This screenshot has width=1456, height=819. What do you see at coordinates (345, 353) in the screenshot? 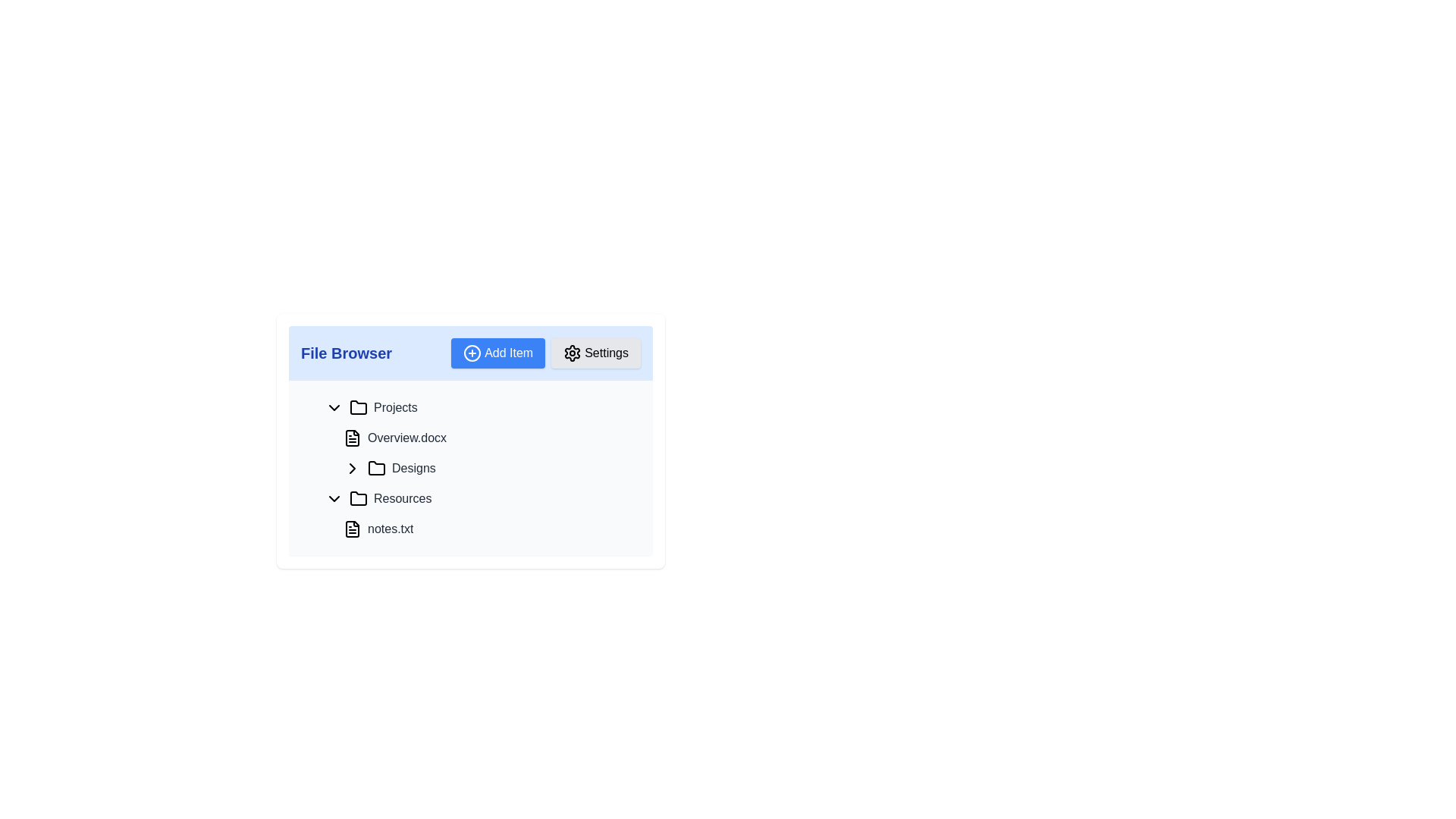
I see `the Text label or heading located in the leftmost position of the blue header section, which indicates the purpose of the section below it` at bounding box center [345, 353].